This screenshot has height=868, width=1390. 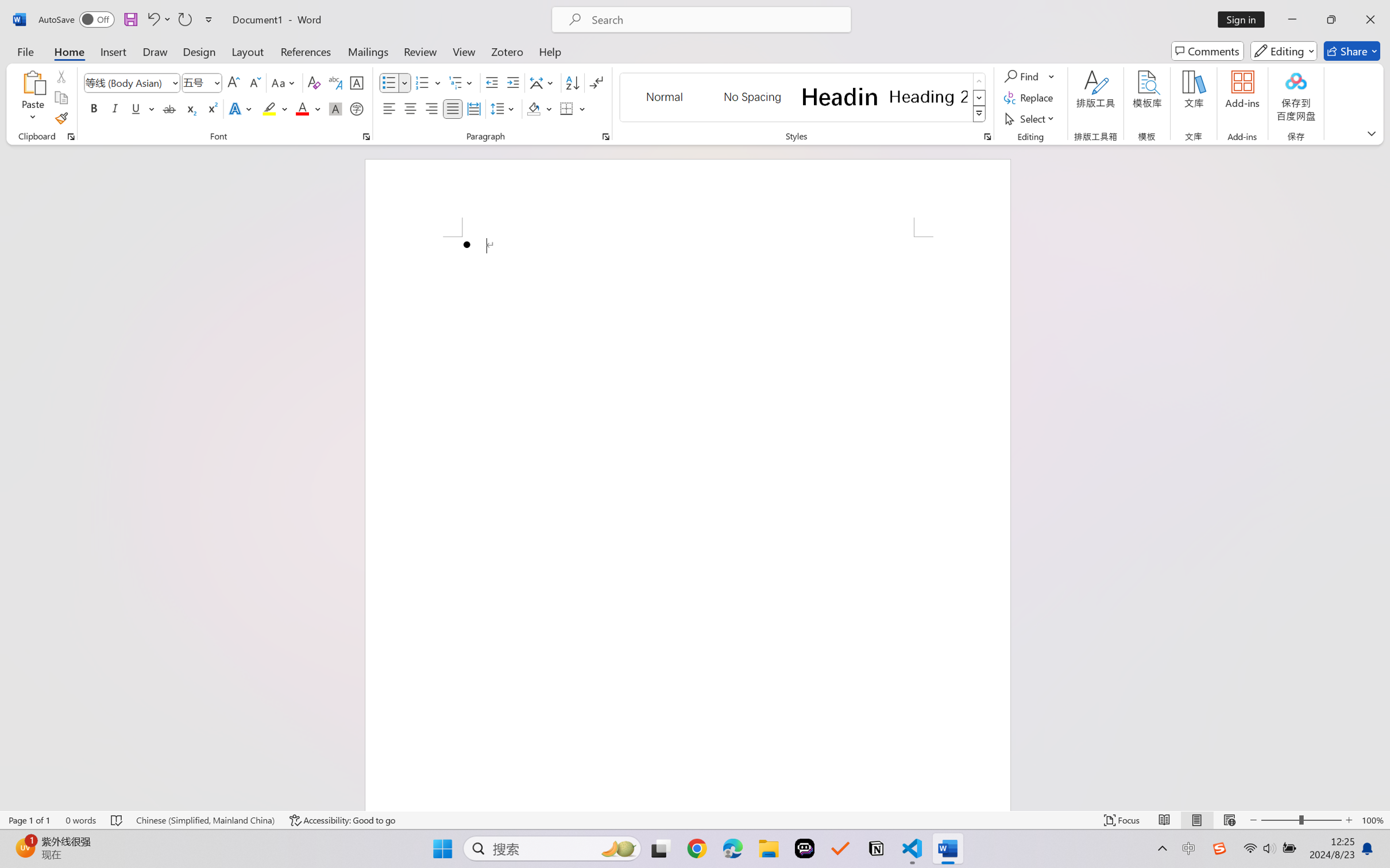 I want to click on 'Language Chinese (Simplified, Mainland China)', so click(x=204, y=820).